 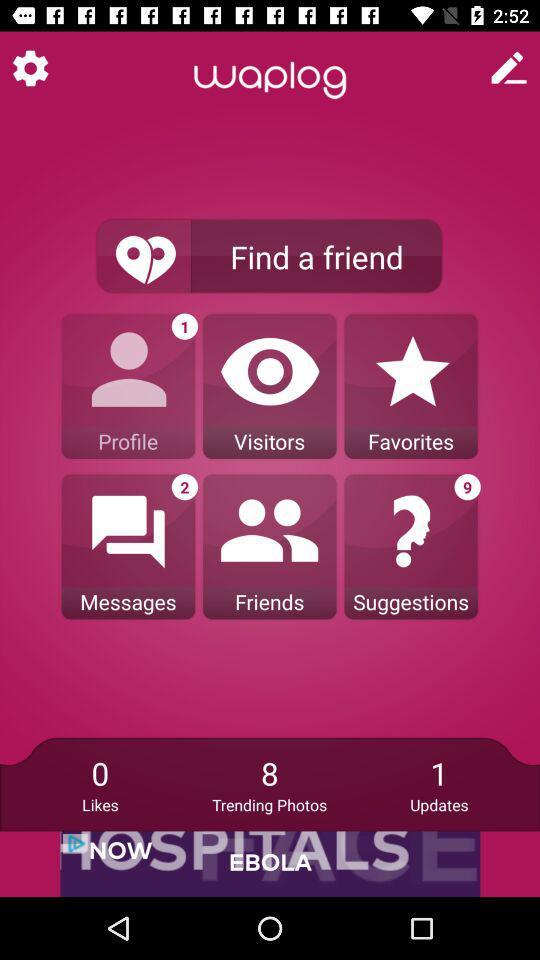 What do you see at coordinates (29, 68) in the screenshot?
I see `setting` at bounding box center [29, 68].